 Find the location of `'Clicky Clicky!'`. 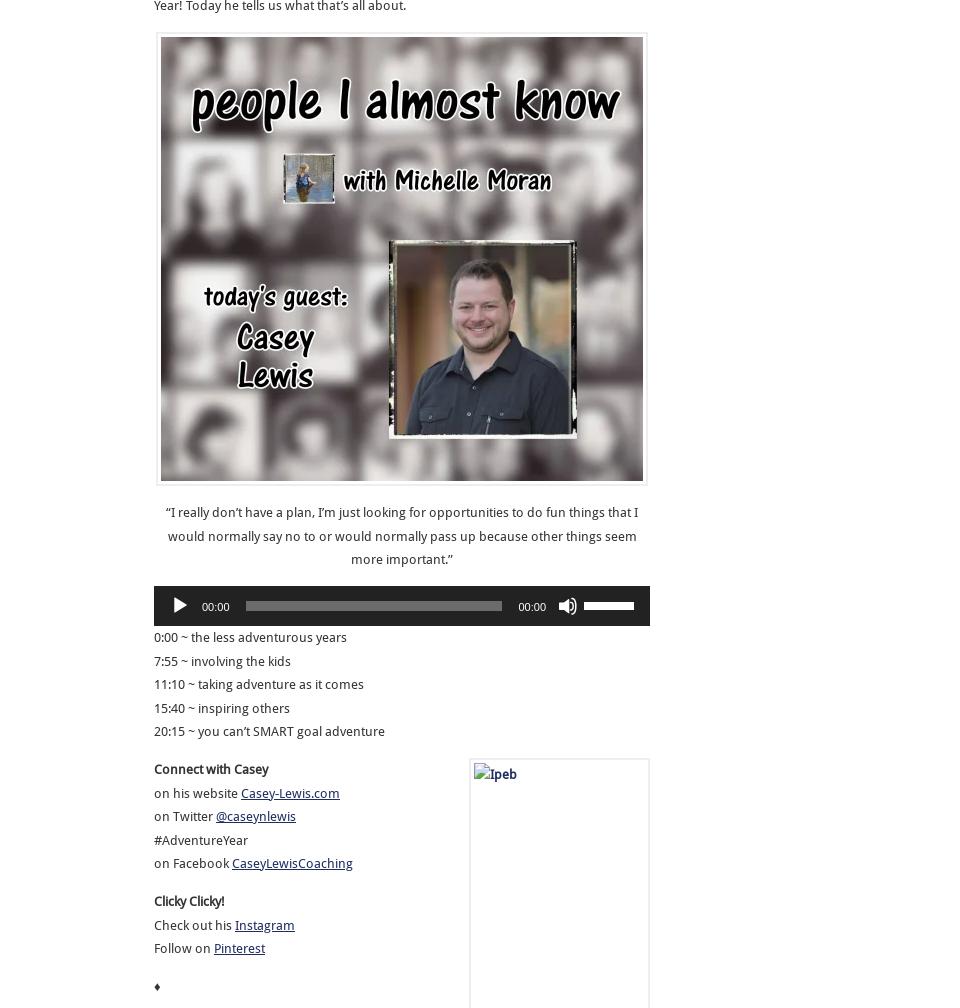

'Clicky Clicky!' is located at coordinates (152, 901).